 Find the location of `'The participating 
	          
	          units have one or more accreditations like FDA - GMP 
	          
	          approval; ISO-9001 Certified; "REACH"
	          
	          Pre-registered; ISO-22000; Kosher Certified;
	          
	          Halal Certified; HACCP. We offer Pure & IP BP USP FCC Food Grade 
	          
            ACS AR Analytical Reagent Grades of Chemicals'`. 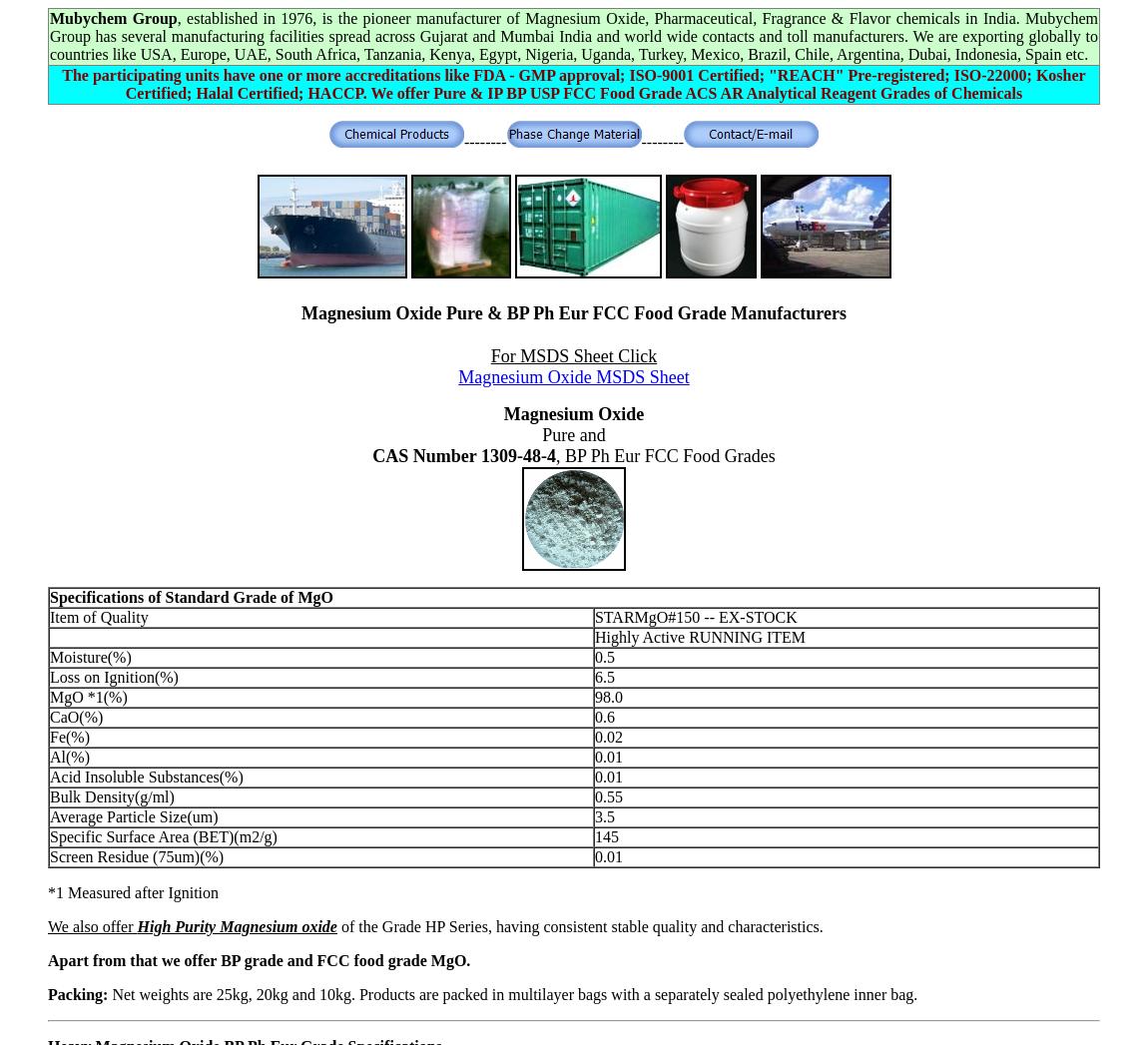

'The participating 
	          
	          units have one or more accreditations like FDA - GMP 
	          
	          approval; ISO-9001 Certified; "REACH"
	          
	          Pre-registered; ISO-22000; Kosher Certified;
	          
	          Halal Certified; HACCP. We offer Pure & IP BP USP FCC Food Grade 
	          
            ACS AR Analytical Reagent Grades of Chemicals' is located at coordinates (573, 84).